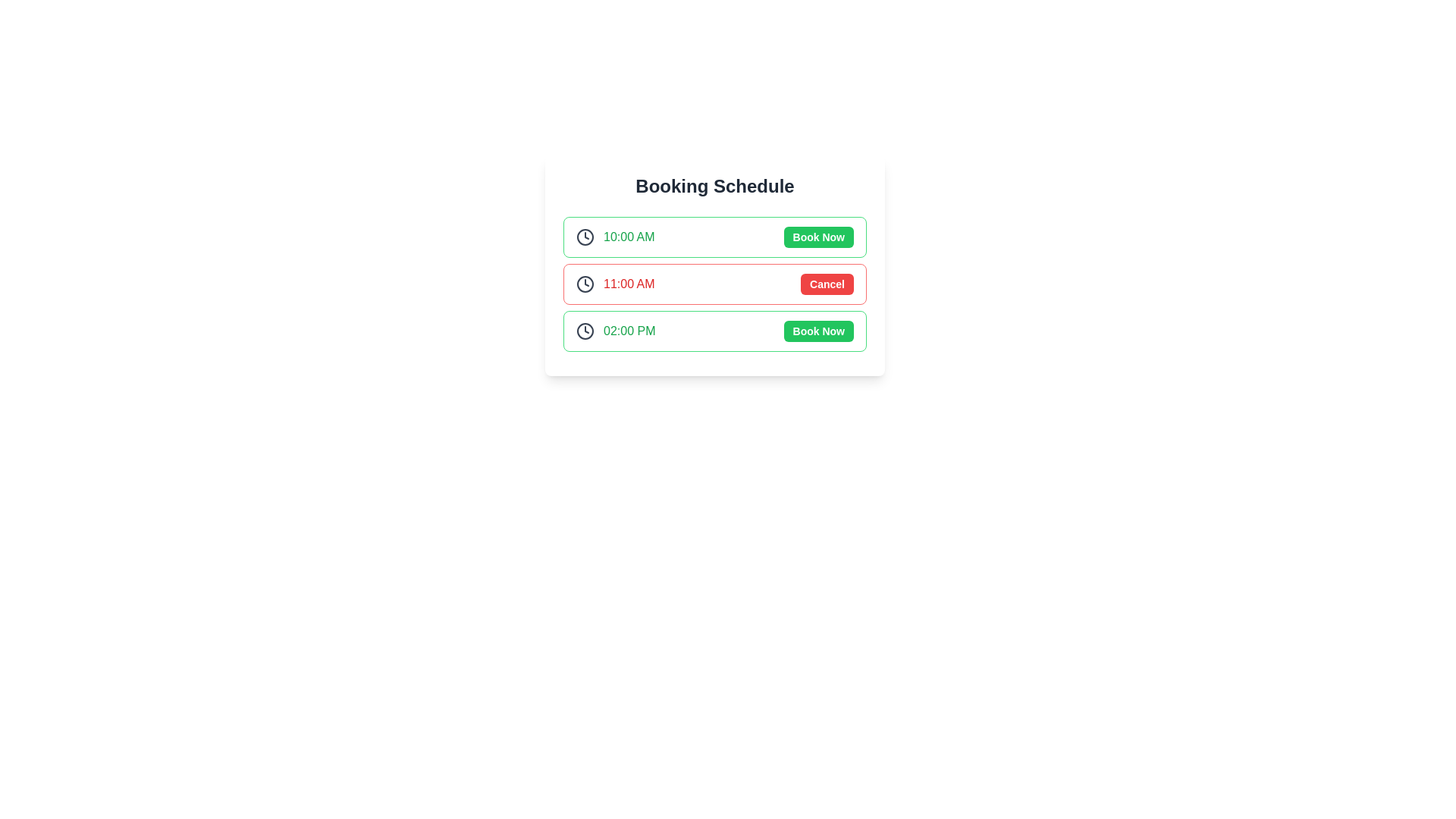  What do you see at coordinates (827, 284) in the screenshot?
I see `the cancel button located to the right of the 11:00 AM booking slot` at bounding box center [827, 284].